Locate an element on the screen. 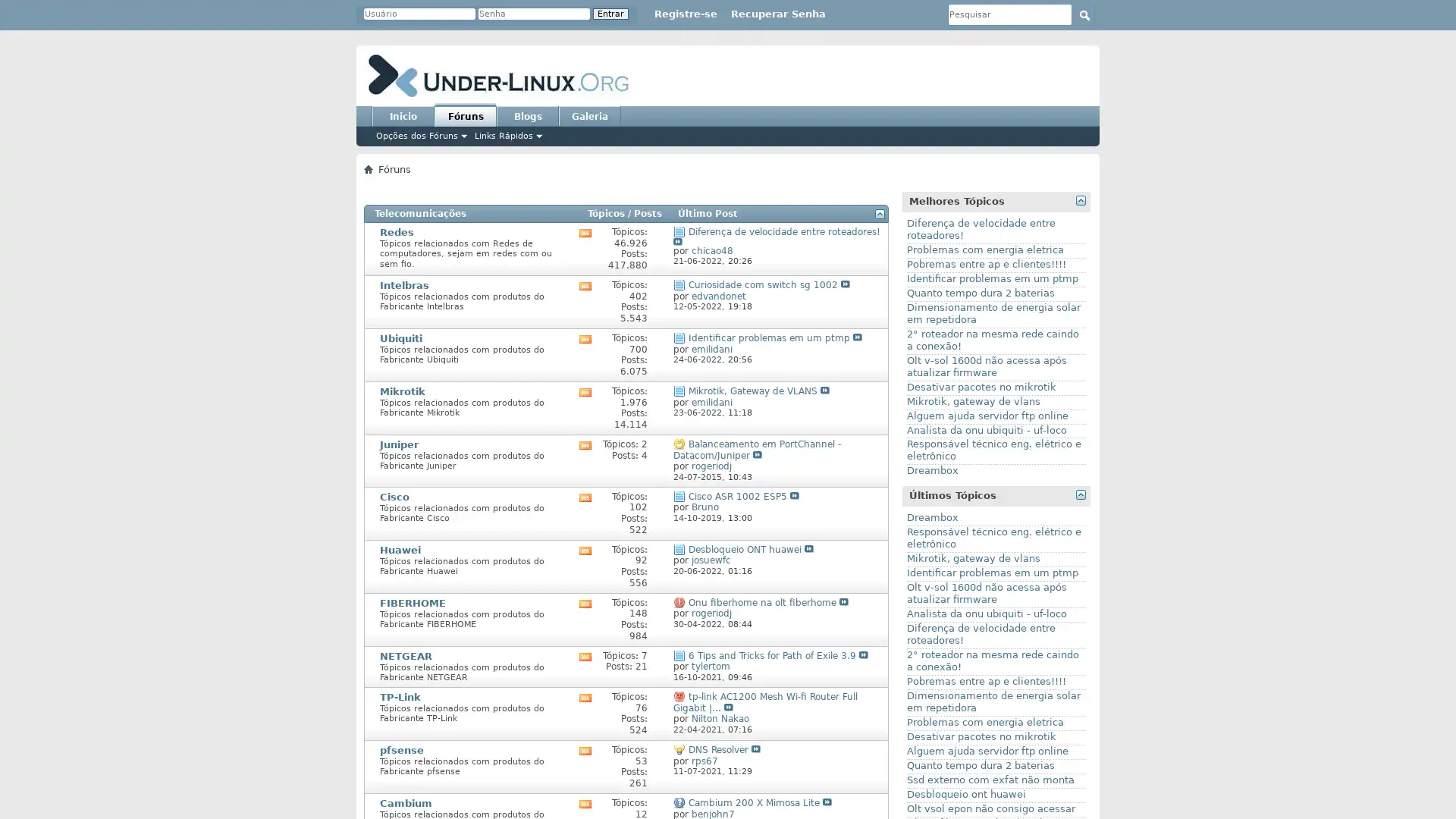  Entrar is located at coordinates (610, 14).